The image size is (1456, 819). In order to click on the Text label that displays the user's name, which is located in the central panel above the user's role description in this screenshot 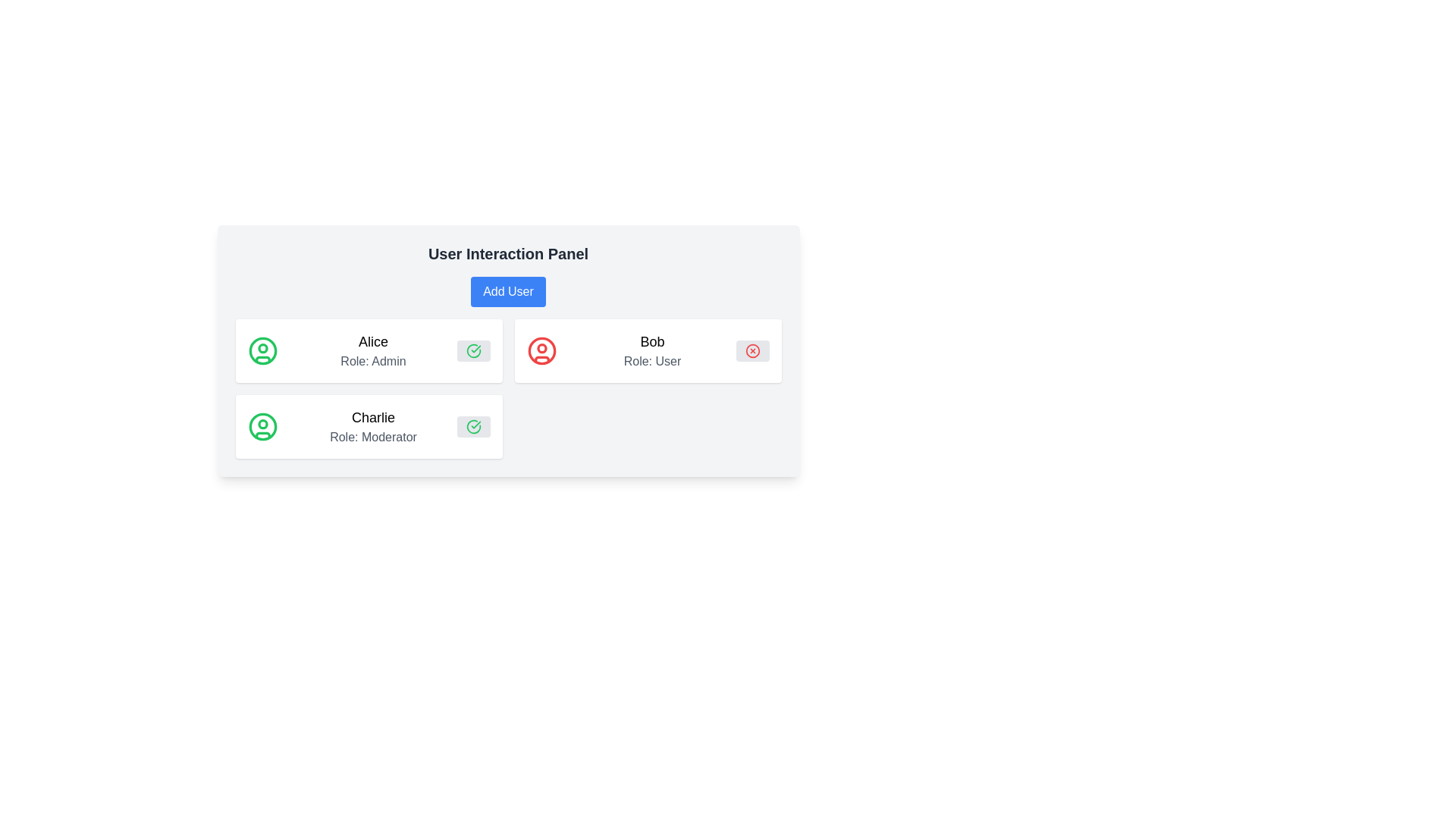, I will do `click(652, 342)`.